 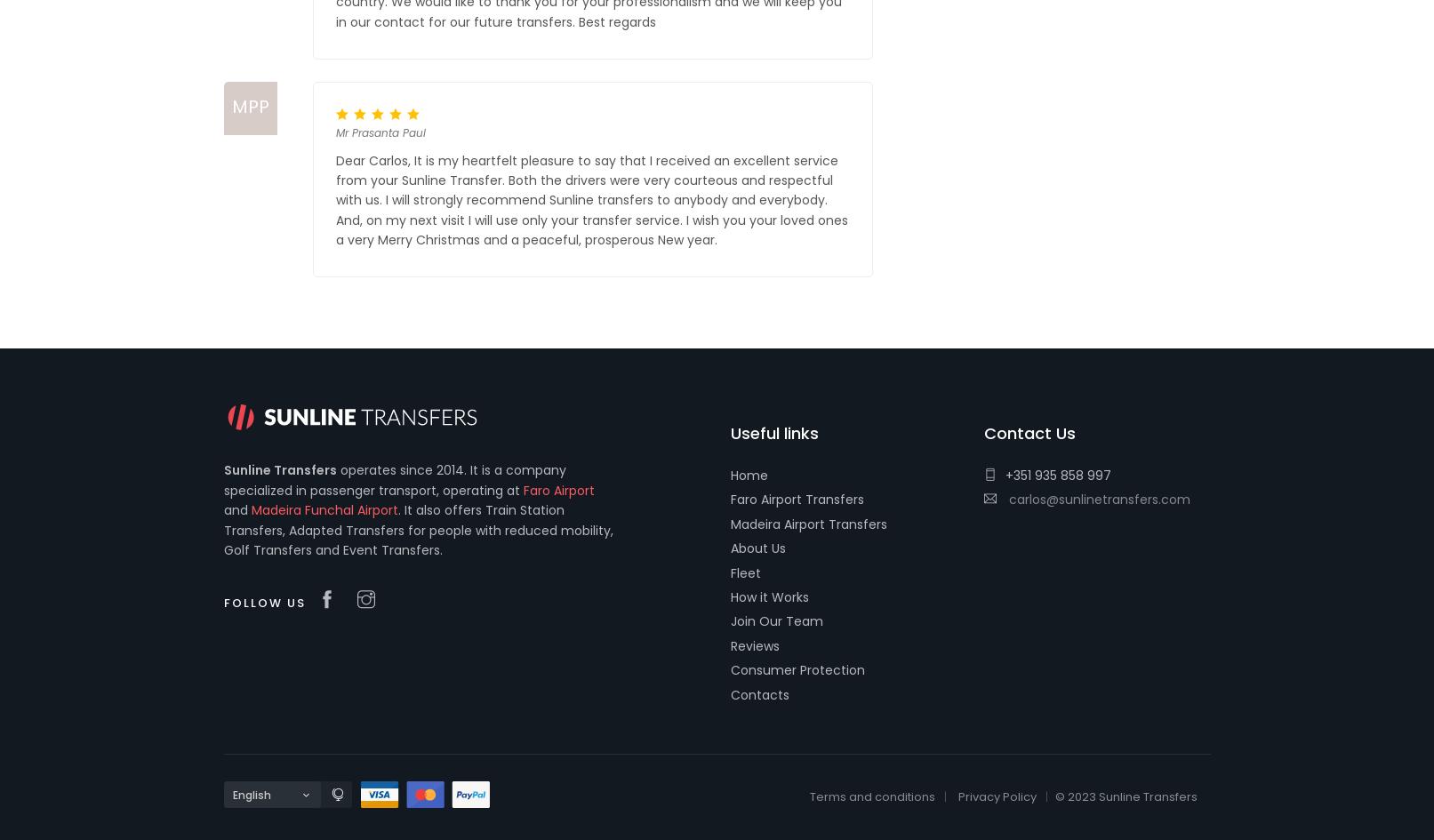 What do you see at coordinates (248, 106) in the screenshot?
I see `'MPP'` at bounding box center [248, 106].